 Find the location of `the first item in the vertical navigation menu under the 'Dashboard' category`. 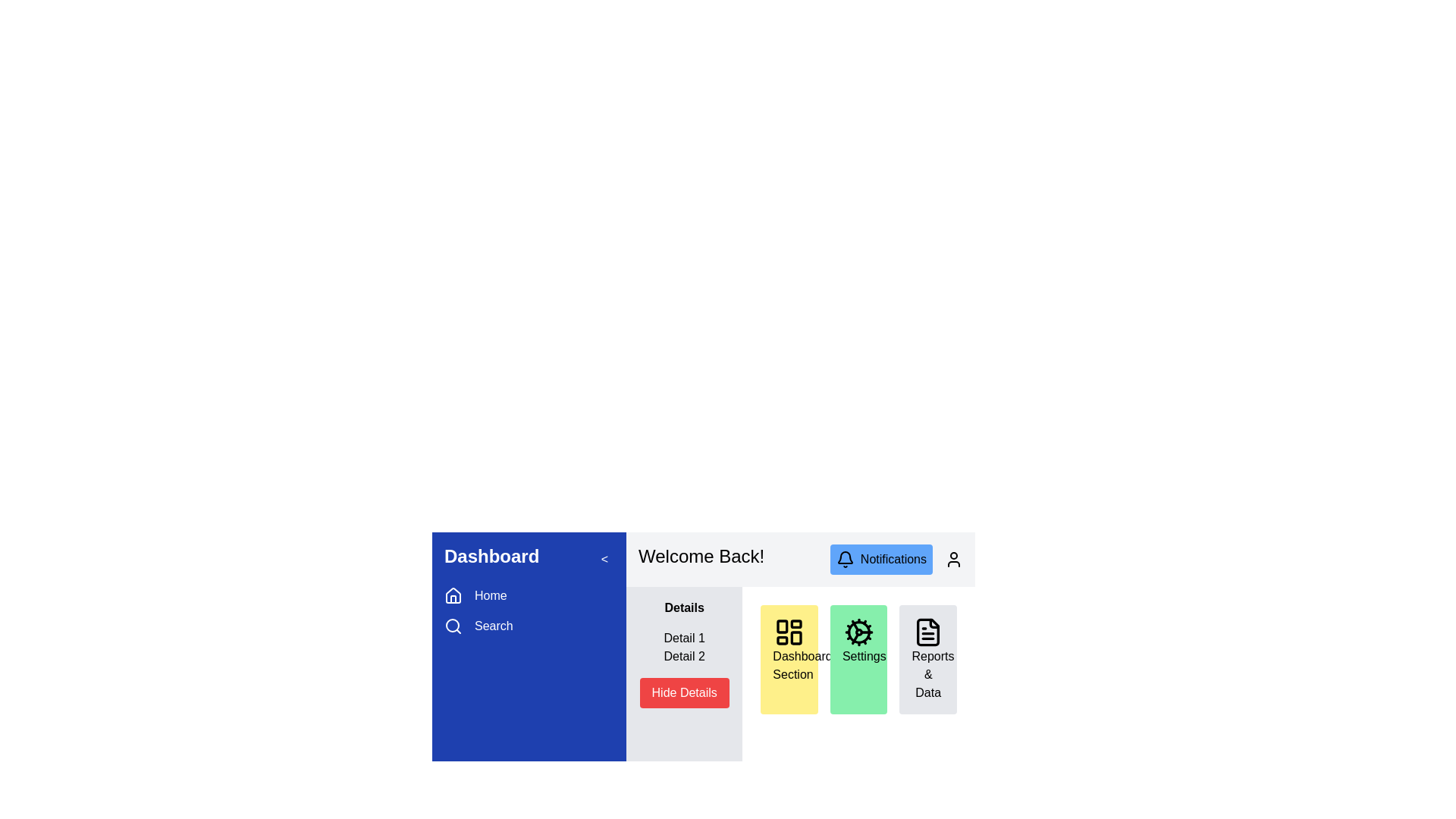

the first item in the vertical navigation menu under the 'Dashboard' category is located at coordinates (529, 595).